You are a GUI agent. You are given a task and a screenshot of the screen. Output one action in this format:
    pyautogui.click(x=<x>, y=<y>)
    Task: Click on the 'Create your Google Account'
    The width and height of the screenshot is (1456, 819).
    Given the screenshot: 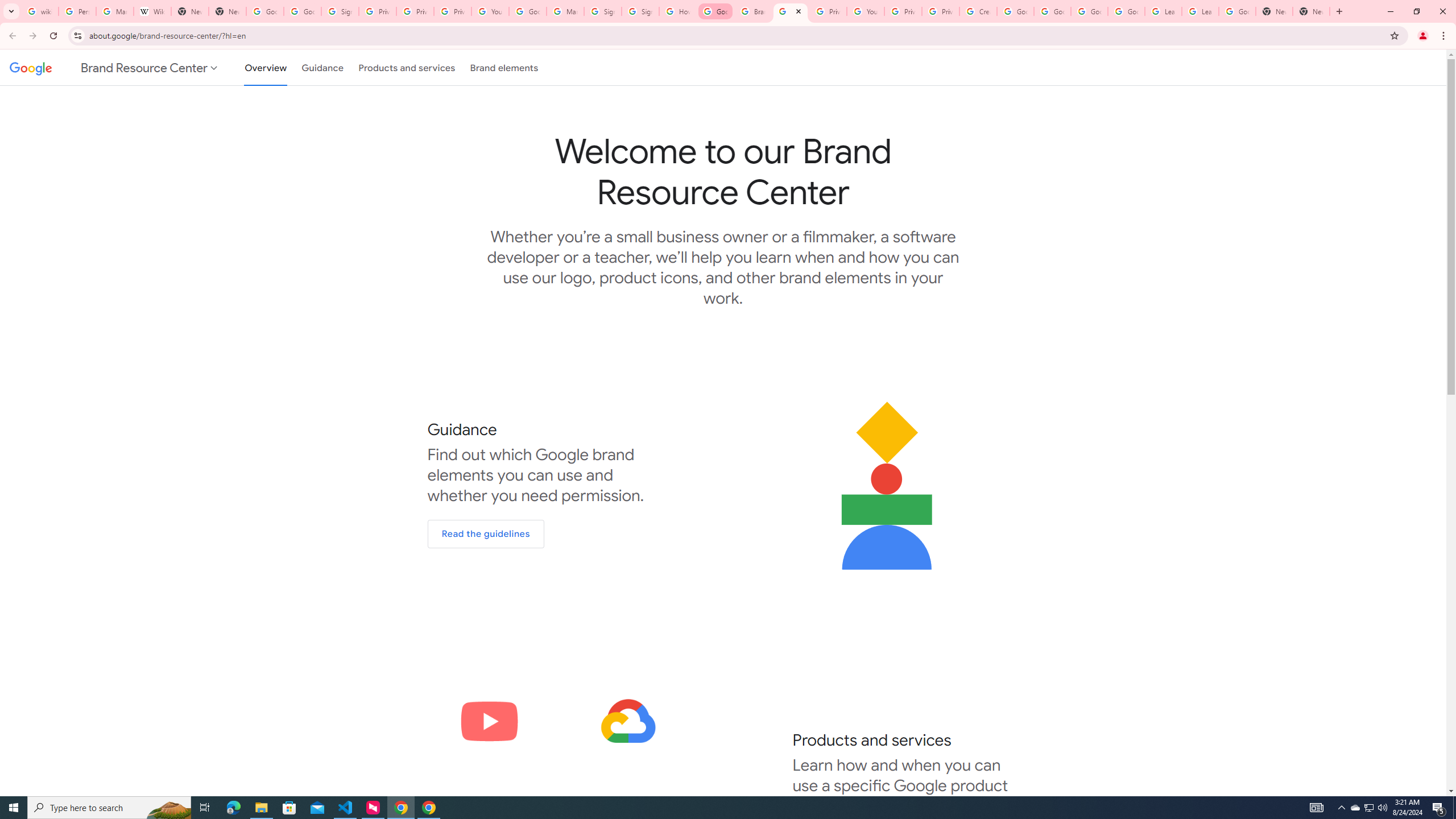 What is the action you would take?
    pyautogui.click(x=978, y=11)
    